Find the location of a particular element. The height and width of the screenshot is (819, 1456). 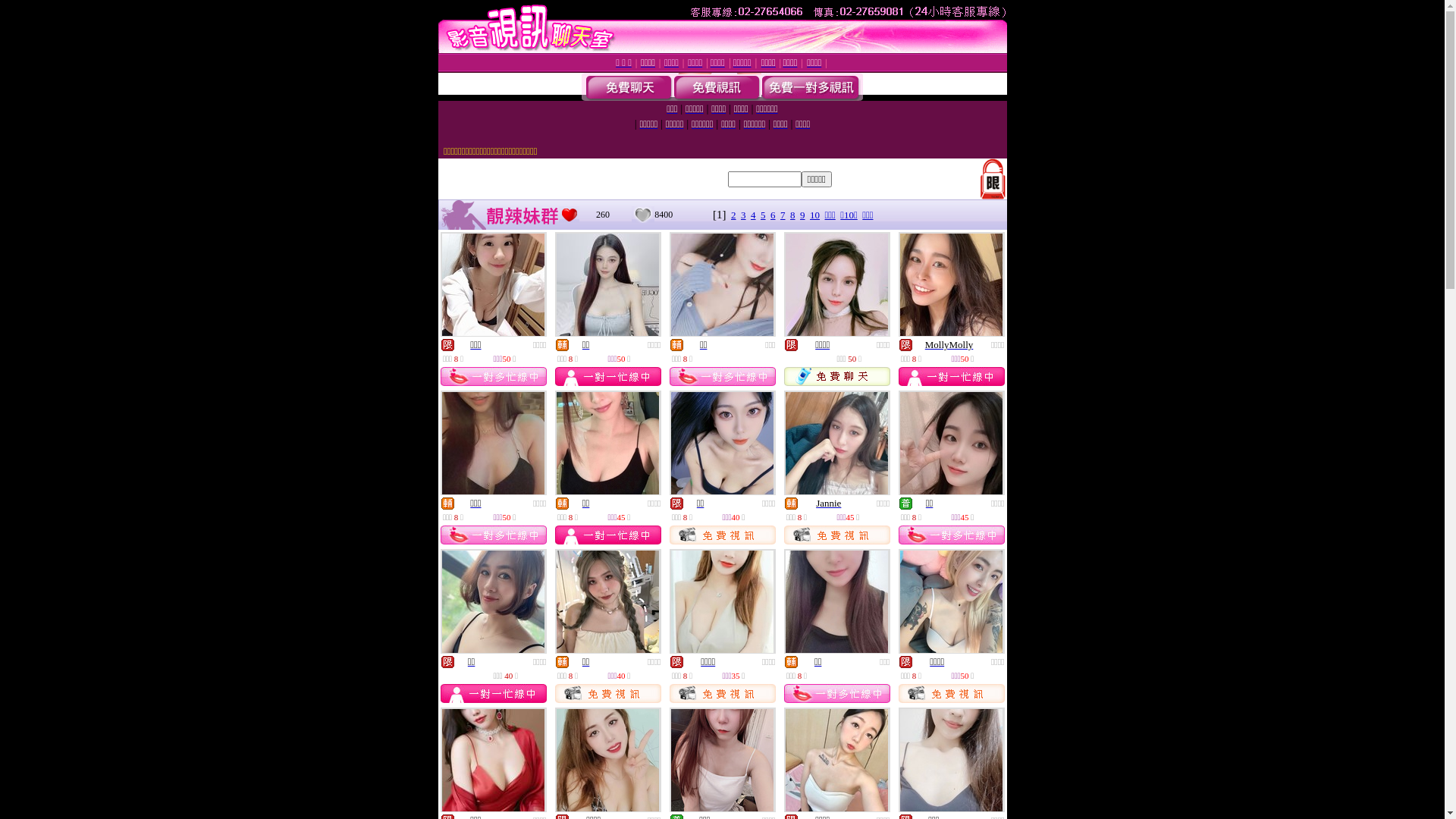

'4' is located at coordinates (753, 215).